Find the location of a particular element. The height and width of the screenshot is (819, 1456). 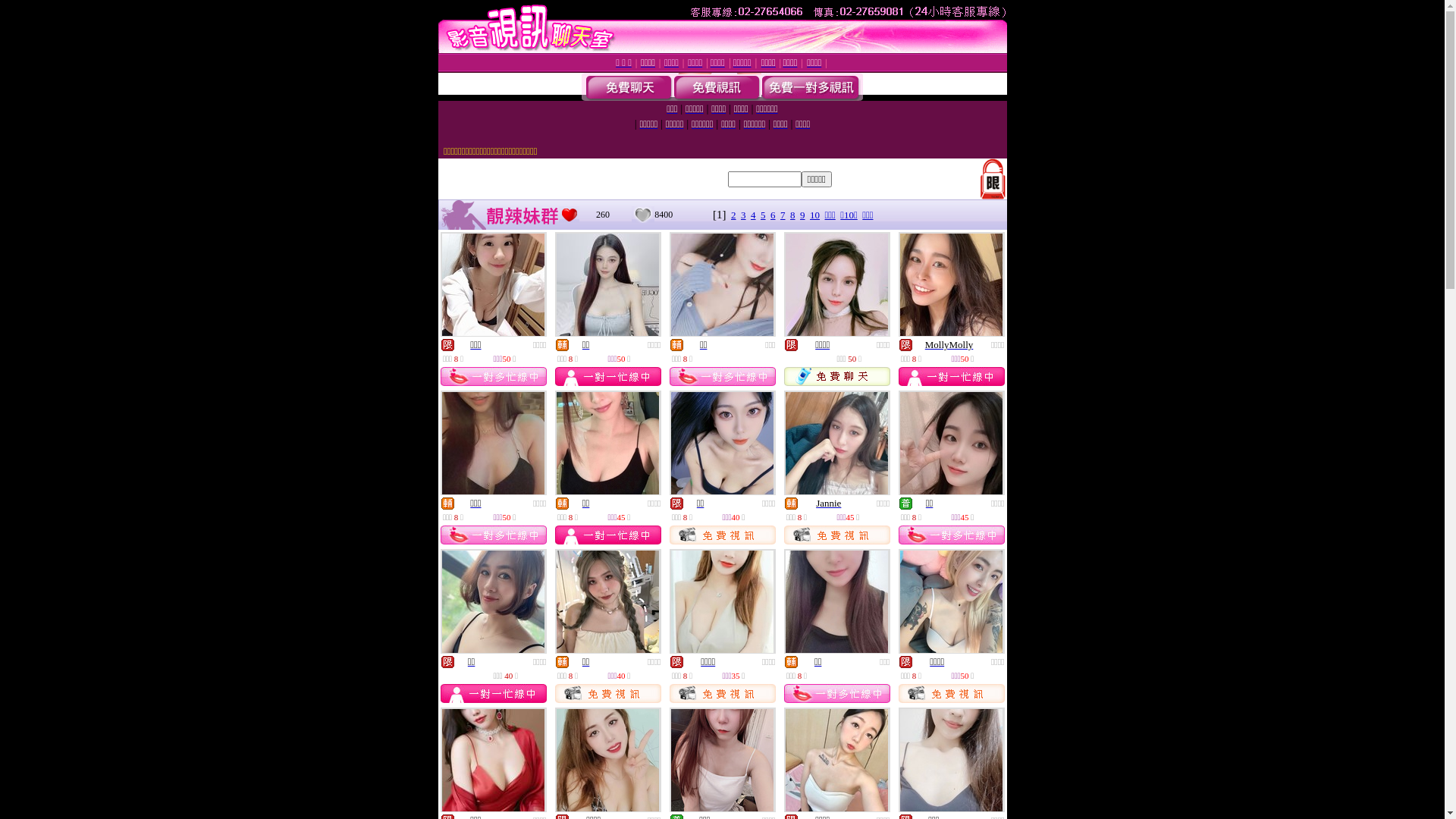

'4' is located at coordinates (753, 215).